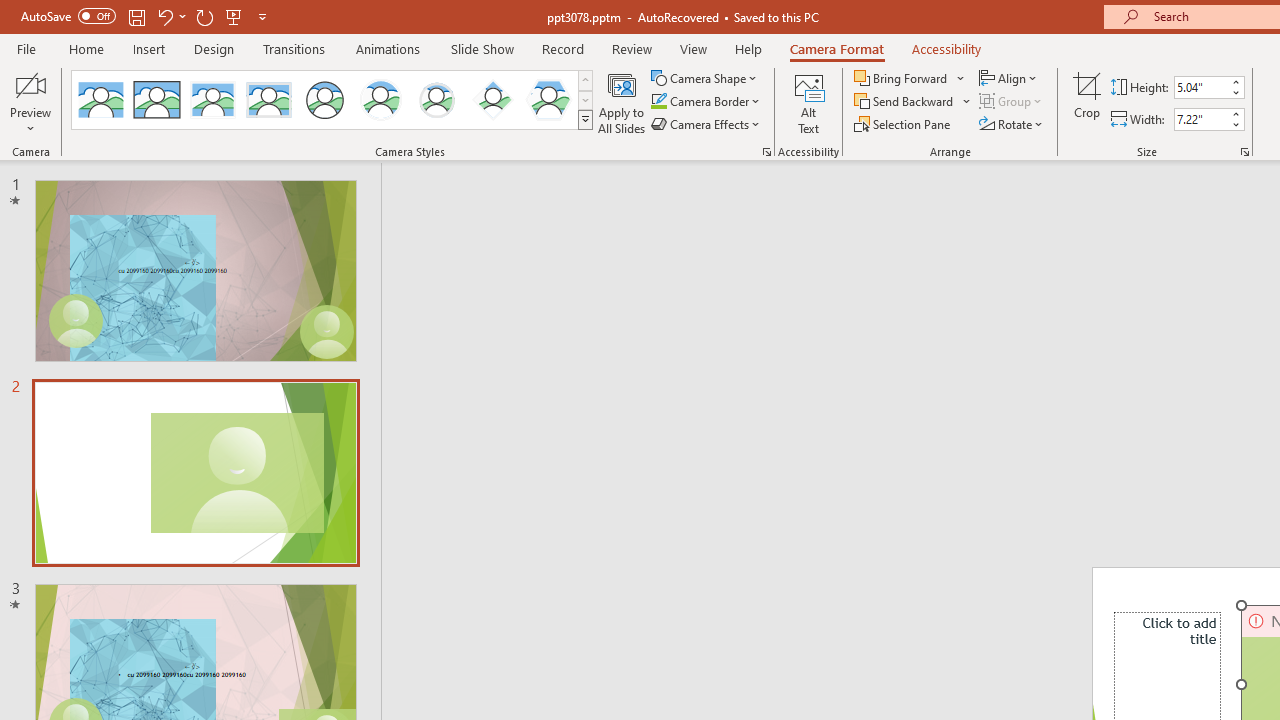 The width and height of the screenshot is (1280, 720). I want to click on 'Camera Border', so click(706, 101).